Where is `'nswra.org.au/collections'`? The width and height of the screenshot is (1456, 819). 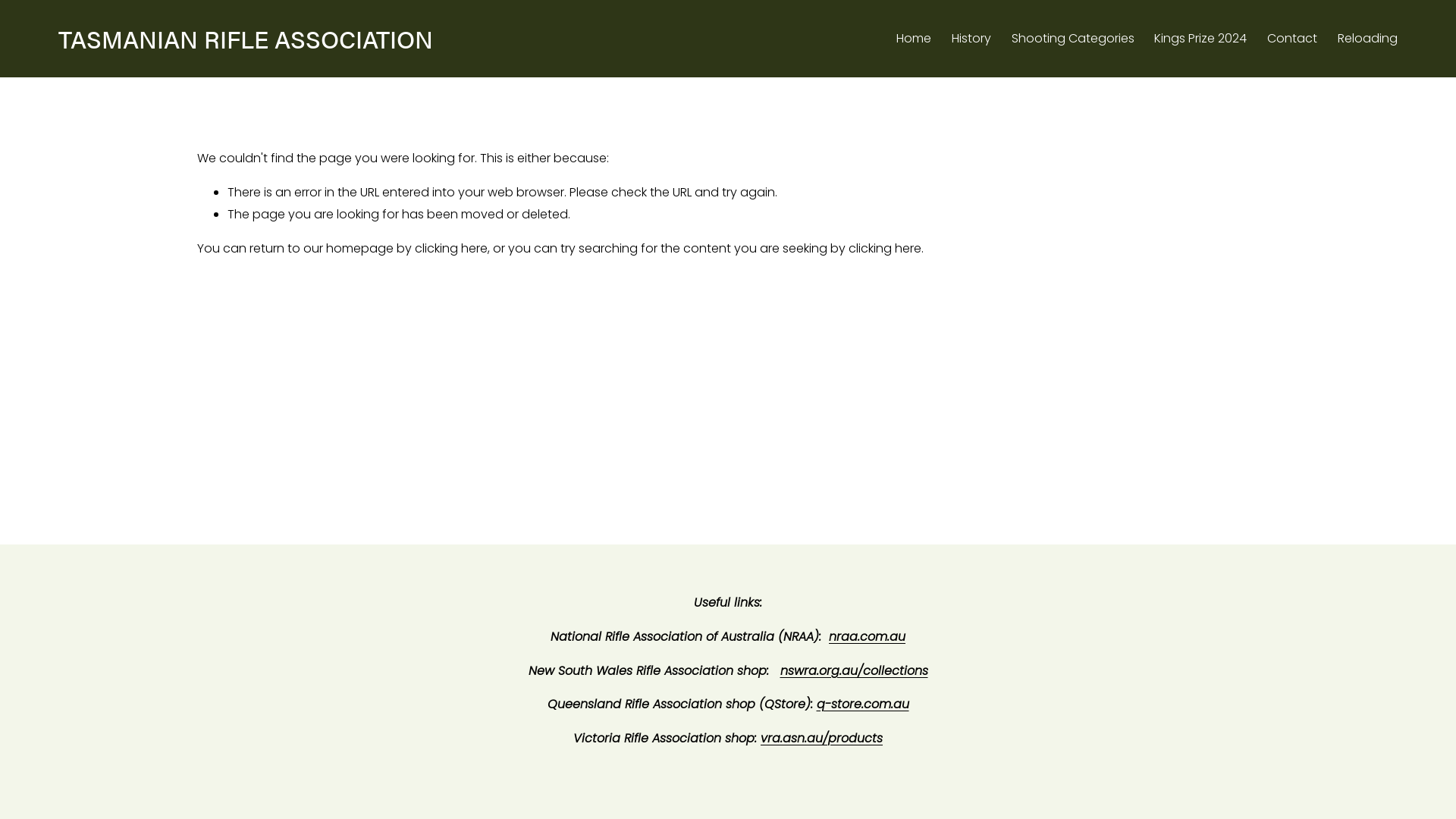 'nswra.org.au/collections' is located at coordinates (779, 670).